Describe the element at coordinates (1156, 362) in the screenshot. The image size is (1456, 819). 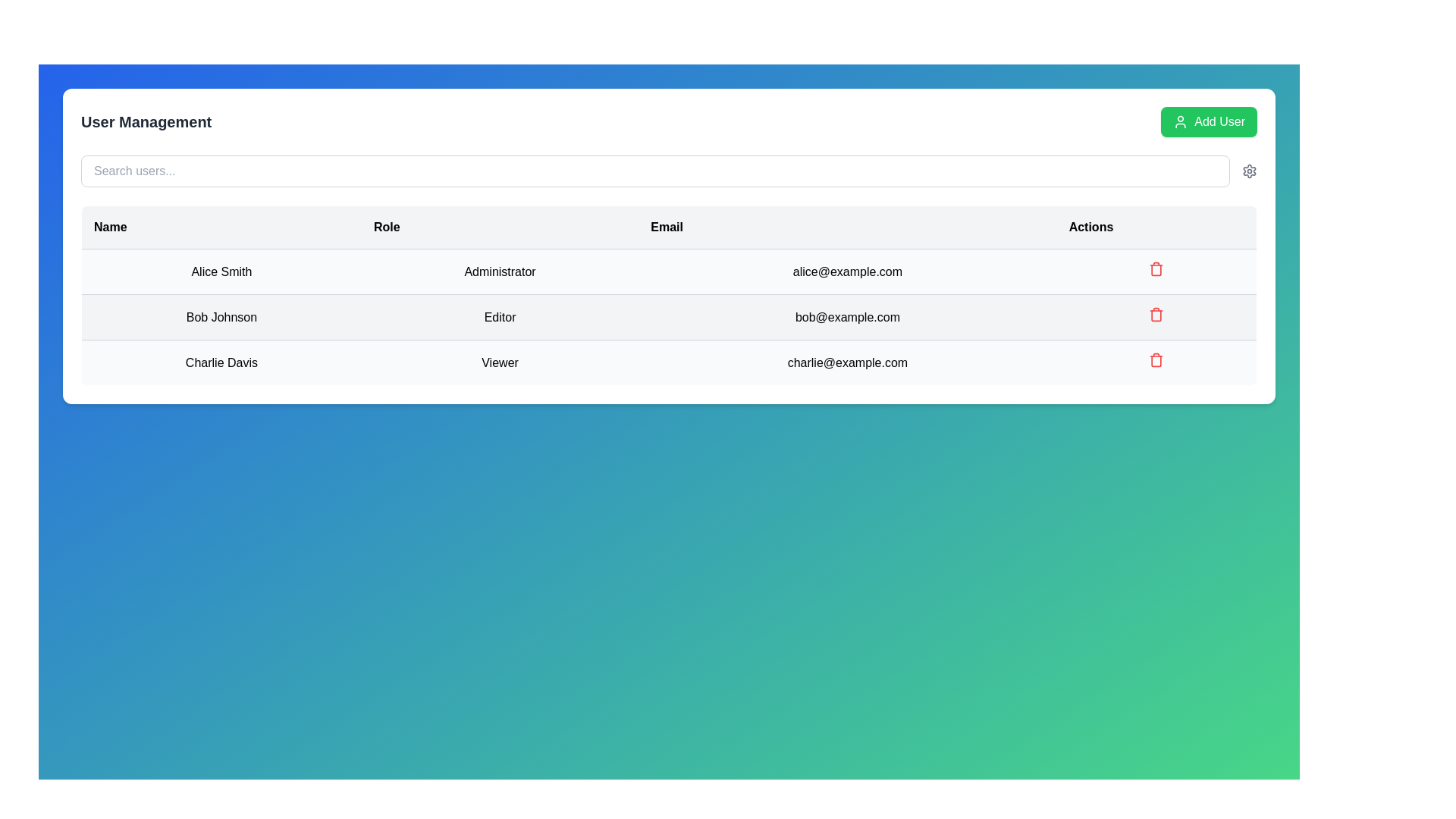
I see `the icon button in the 'Actions' column` at that location.